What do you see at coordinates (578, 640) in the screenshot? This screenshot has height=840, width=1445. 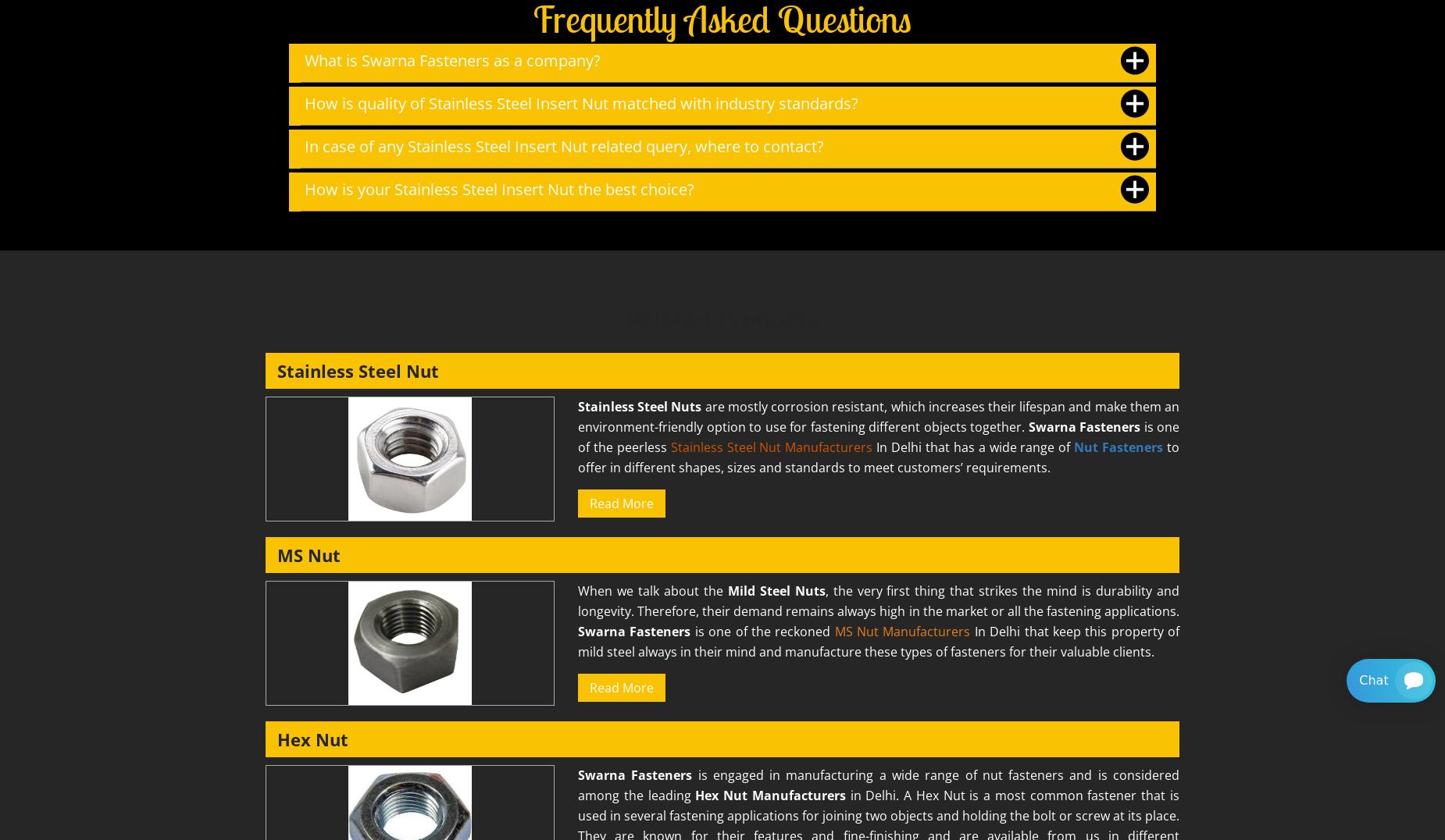 I see `'In Delhi that keep this property of mild steel always in their mind and manufacture these types of fasteners for their valuable clients.'` at bounding box center [578, 640].